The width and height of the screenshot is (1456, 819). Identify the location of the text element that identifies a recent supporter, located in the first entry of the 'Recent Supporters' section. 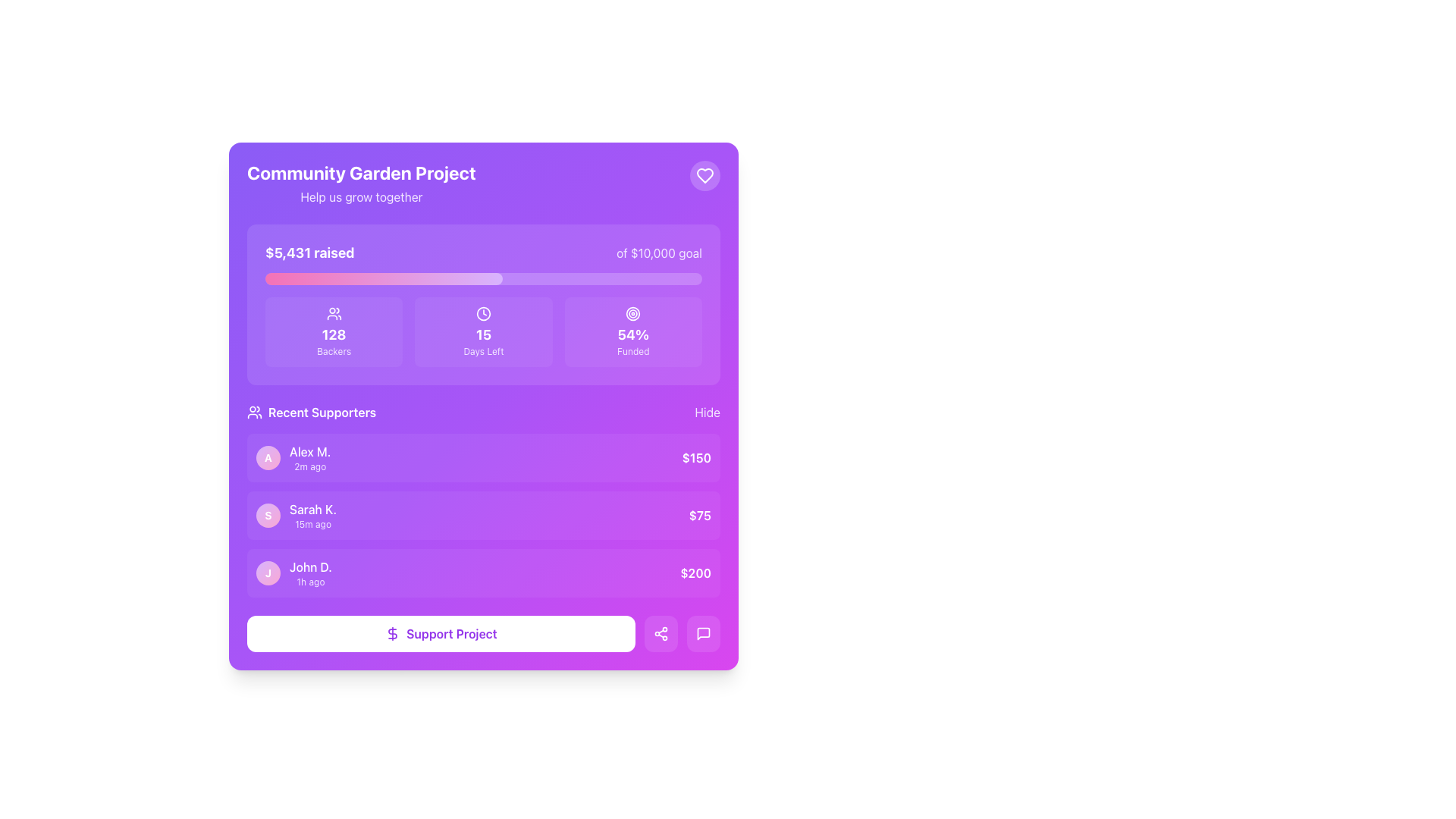
(309, 457).